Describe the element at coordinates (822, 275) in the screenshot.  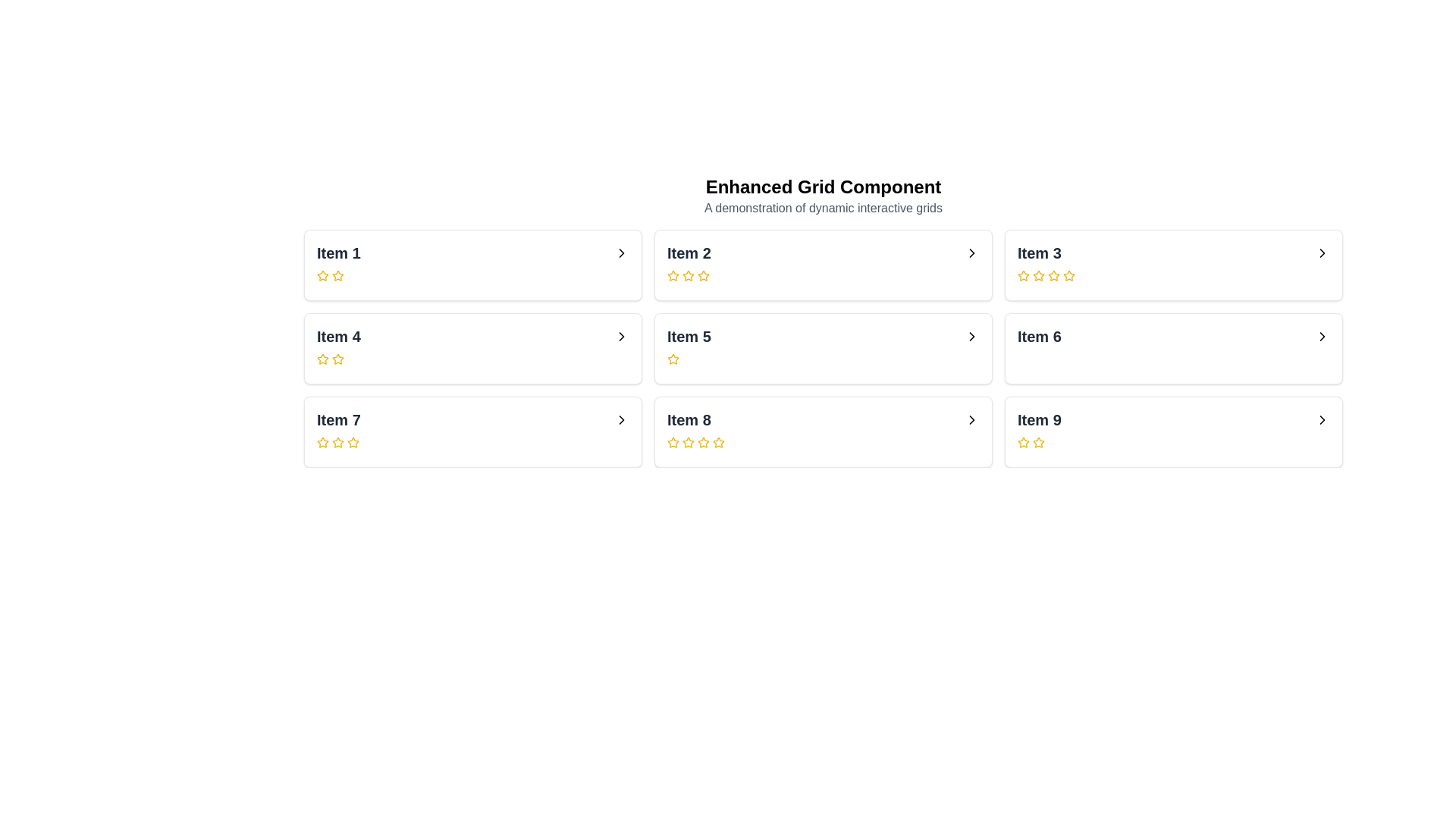
I see `the Rating stars component located within the 'Item 2' card, positioned below the card title` at that location.